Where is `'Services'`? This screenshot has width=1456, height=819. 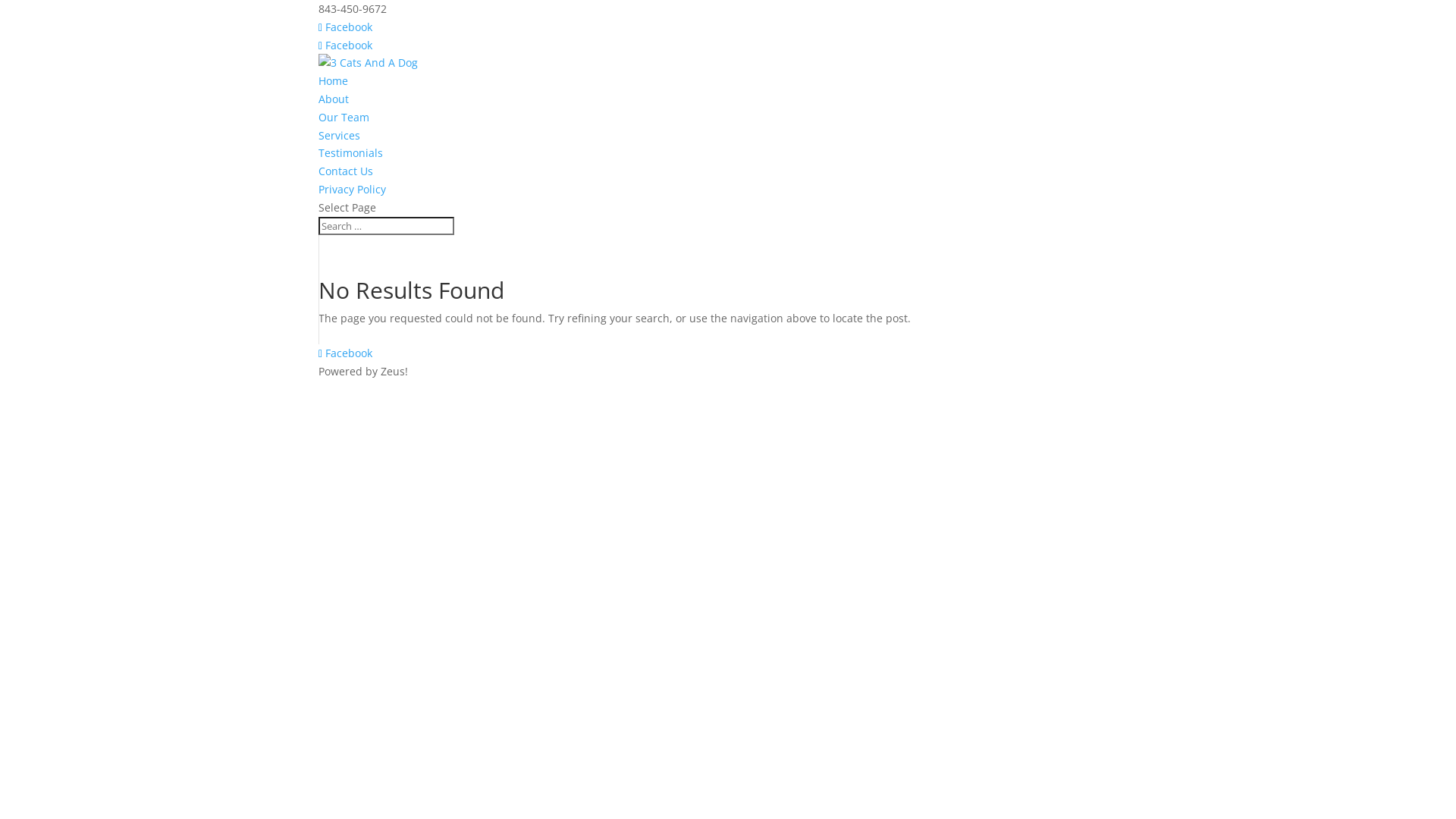 'Services' is located at coordinates (318, 134).